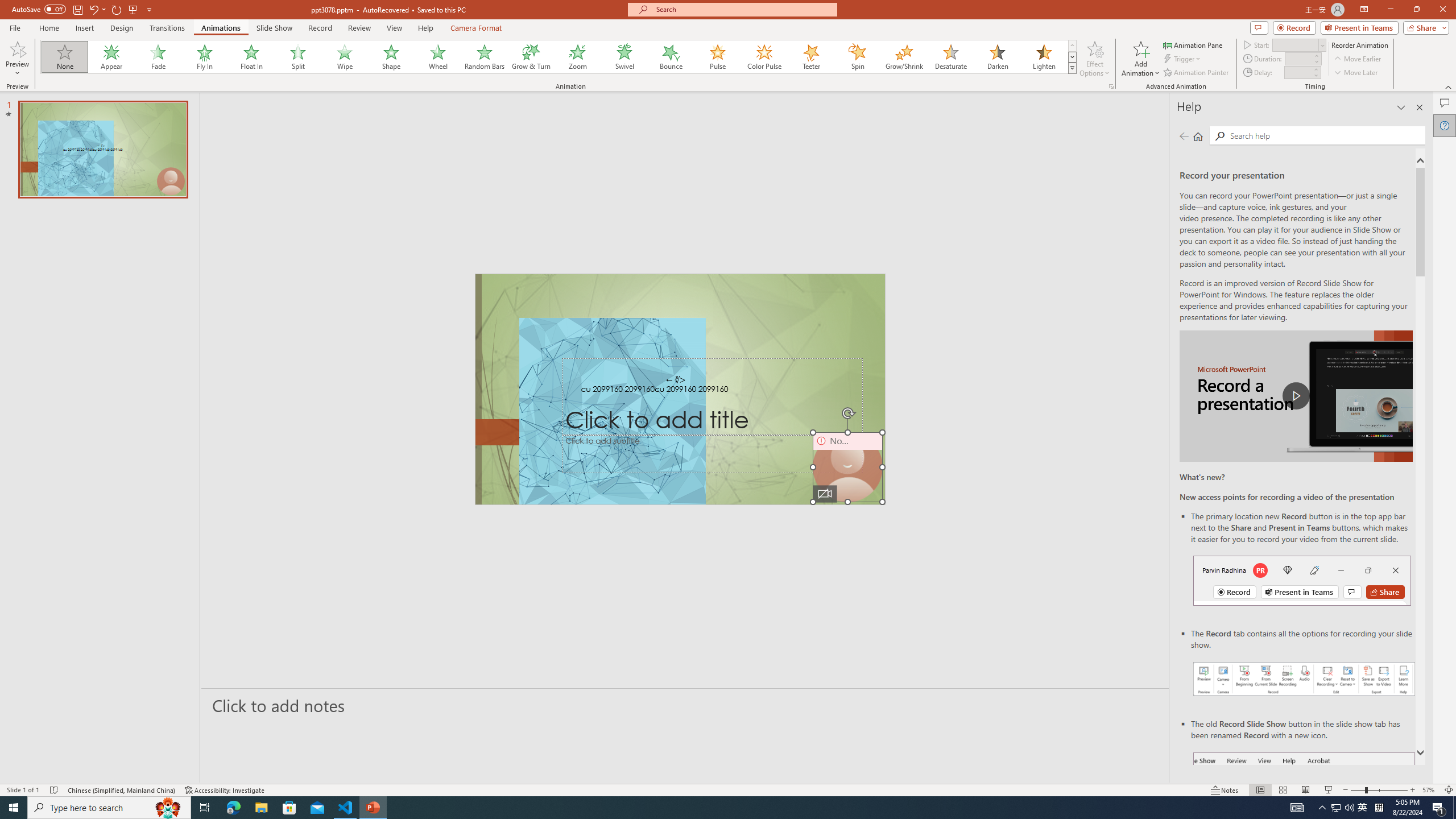  What do you see at coordinates (475, 28) in the screenshot?
I see `'Camera Format'` at bounding box center [475, 28].